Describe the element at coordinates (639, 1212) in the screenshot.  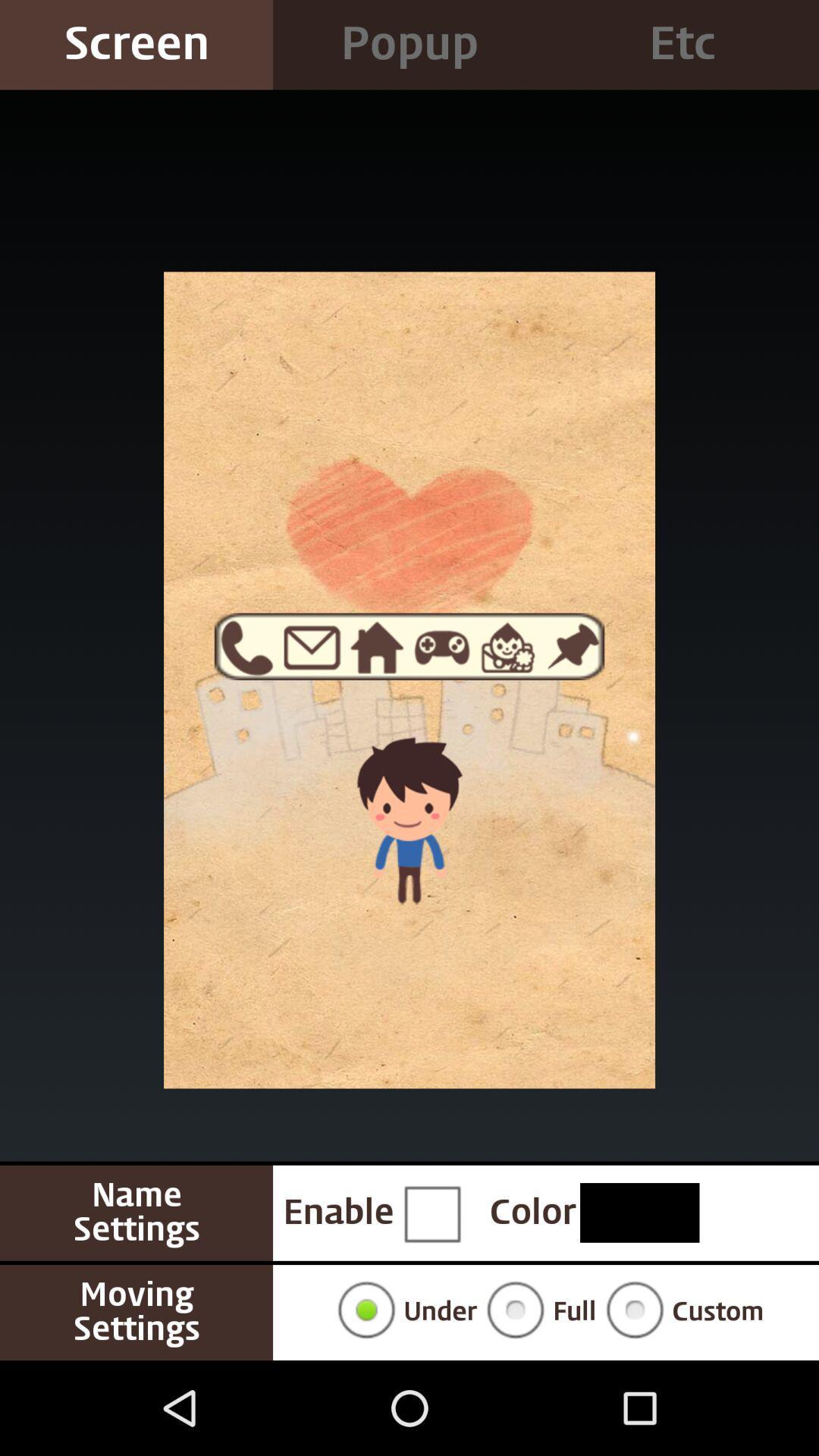
I see `adjust color` at that location.